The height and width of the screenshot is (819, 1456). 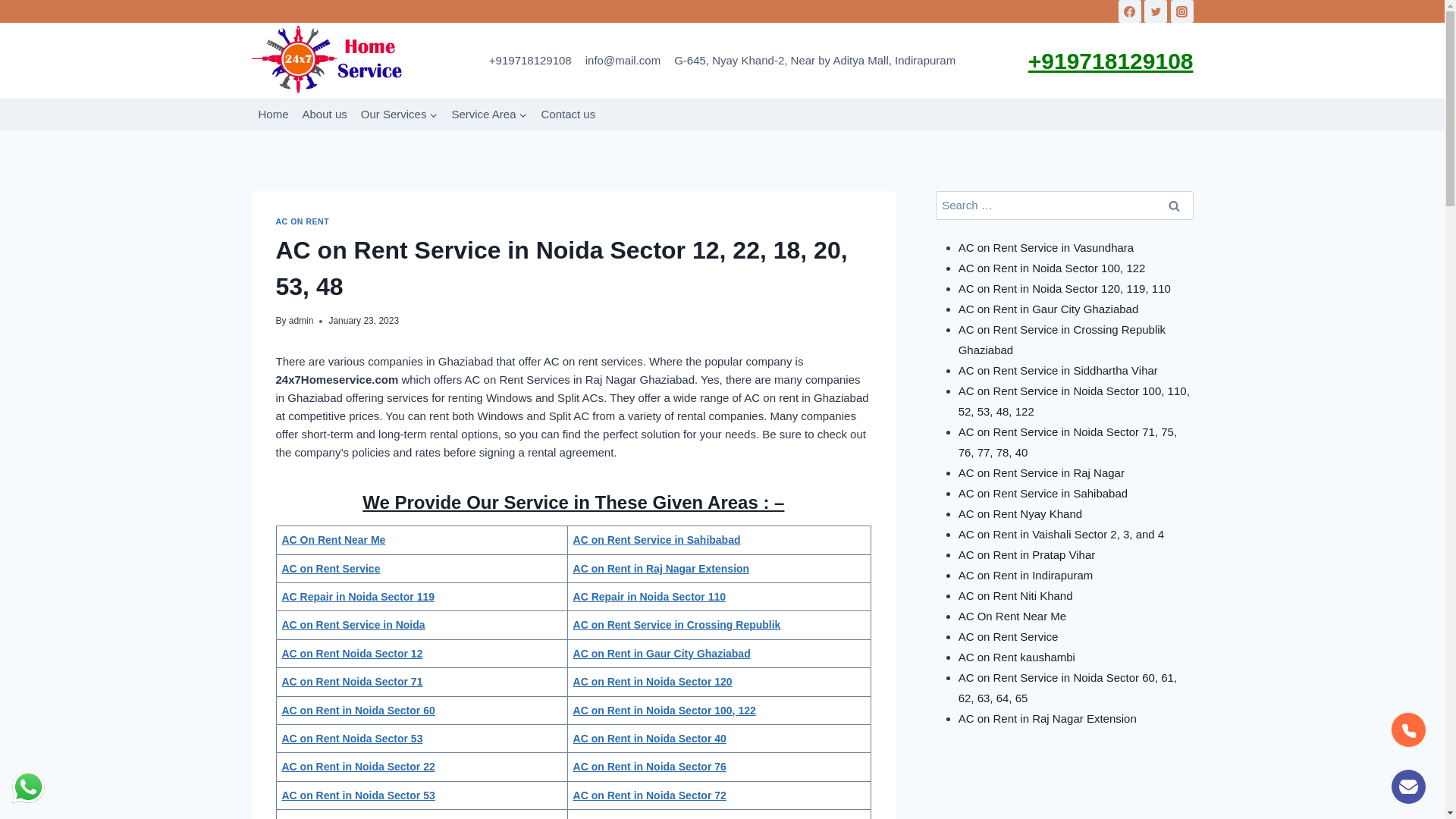 I want to click on 'AC on Rent in Noida Sector 120', so click(x=652, y=680).